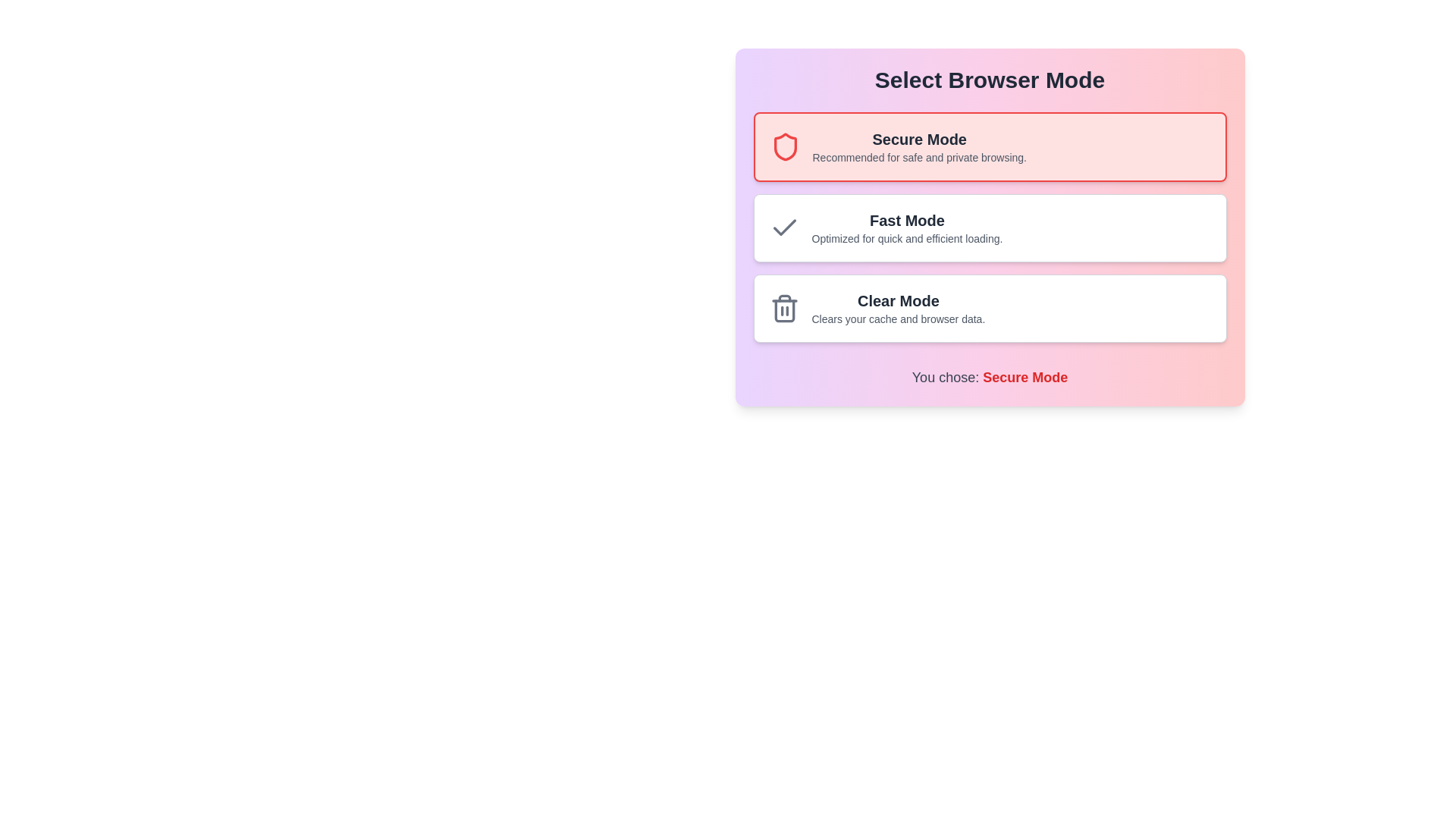 The image size is (1456, 819). Describe the element at coordinates (907, 227) in the screenshot. I see `the surrounding card area` at that location.